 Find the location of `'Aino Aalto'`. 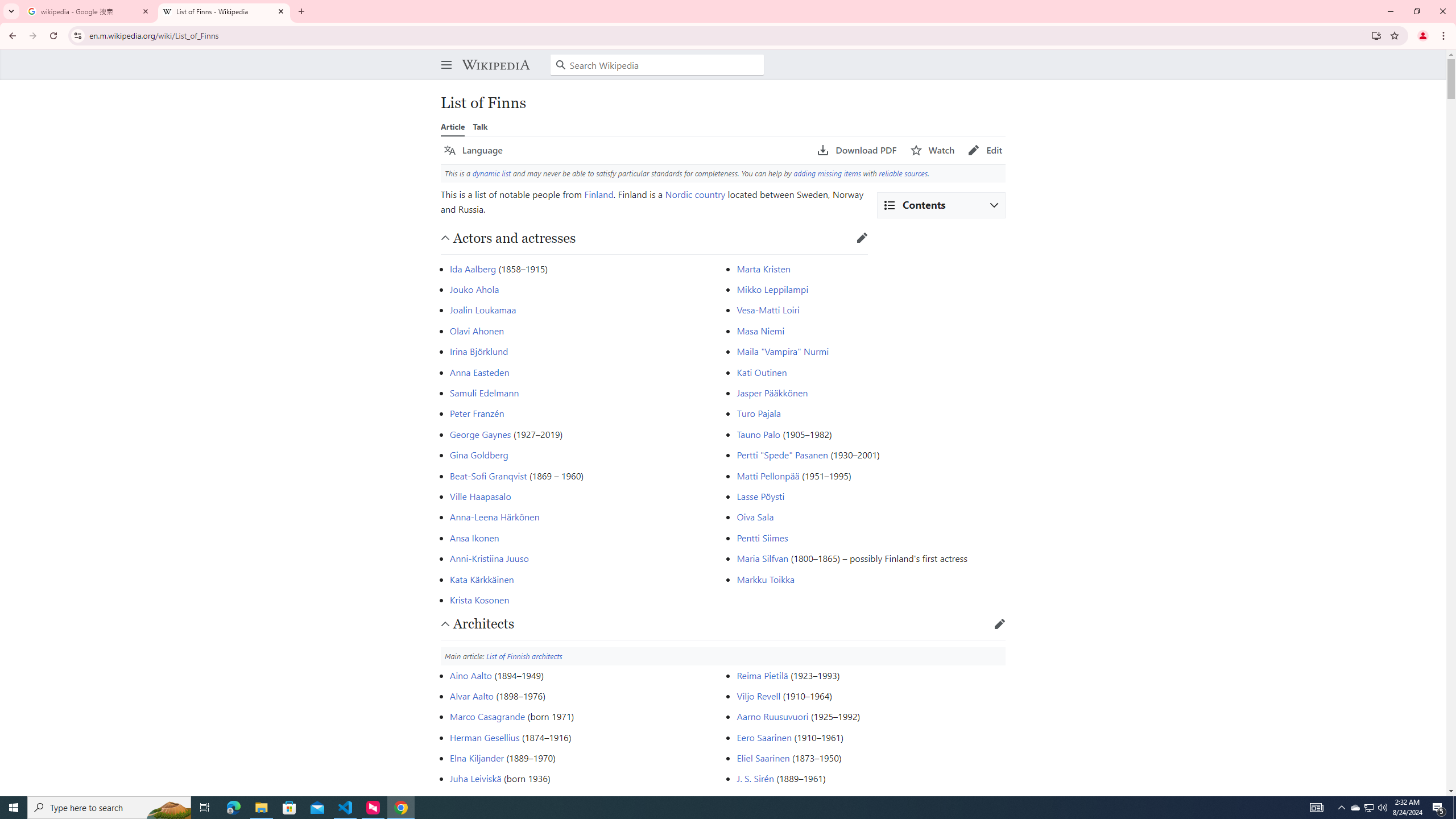

'Aino Aalto' is located at coordinates (470, 675).